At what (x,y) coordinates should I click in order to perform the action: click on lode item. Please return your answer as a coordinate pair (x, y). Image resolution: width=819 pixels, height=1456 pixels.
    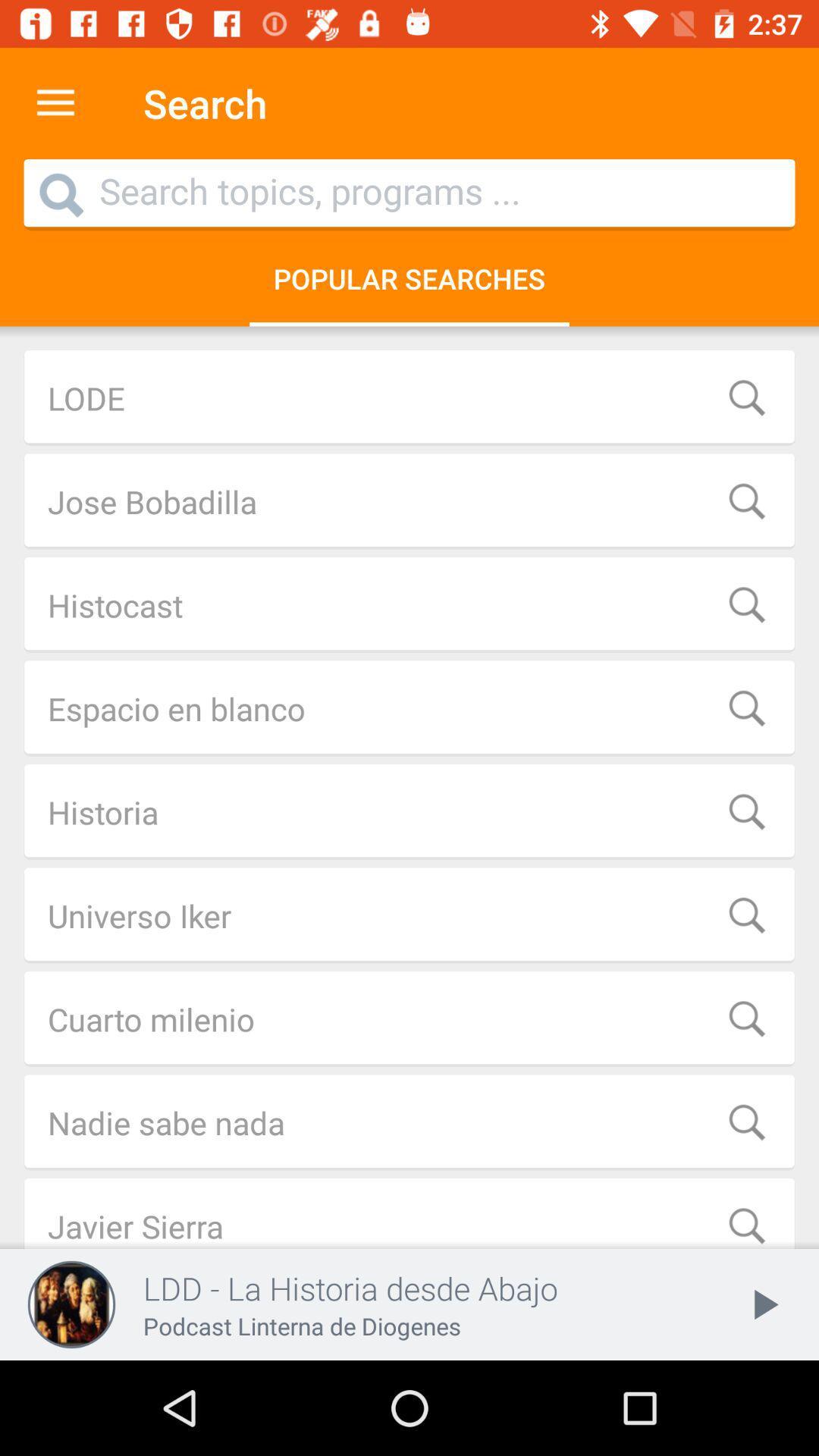
    Looking at the image, I should click on (409, 397).